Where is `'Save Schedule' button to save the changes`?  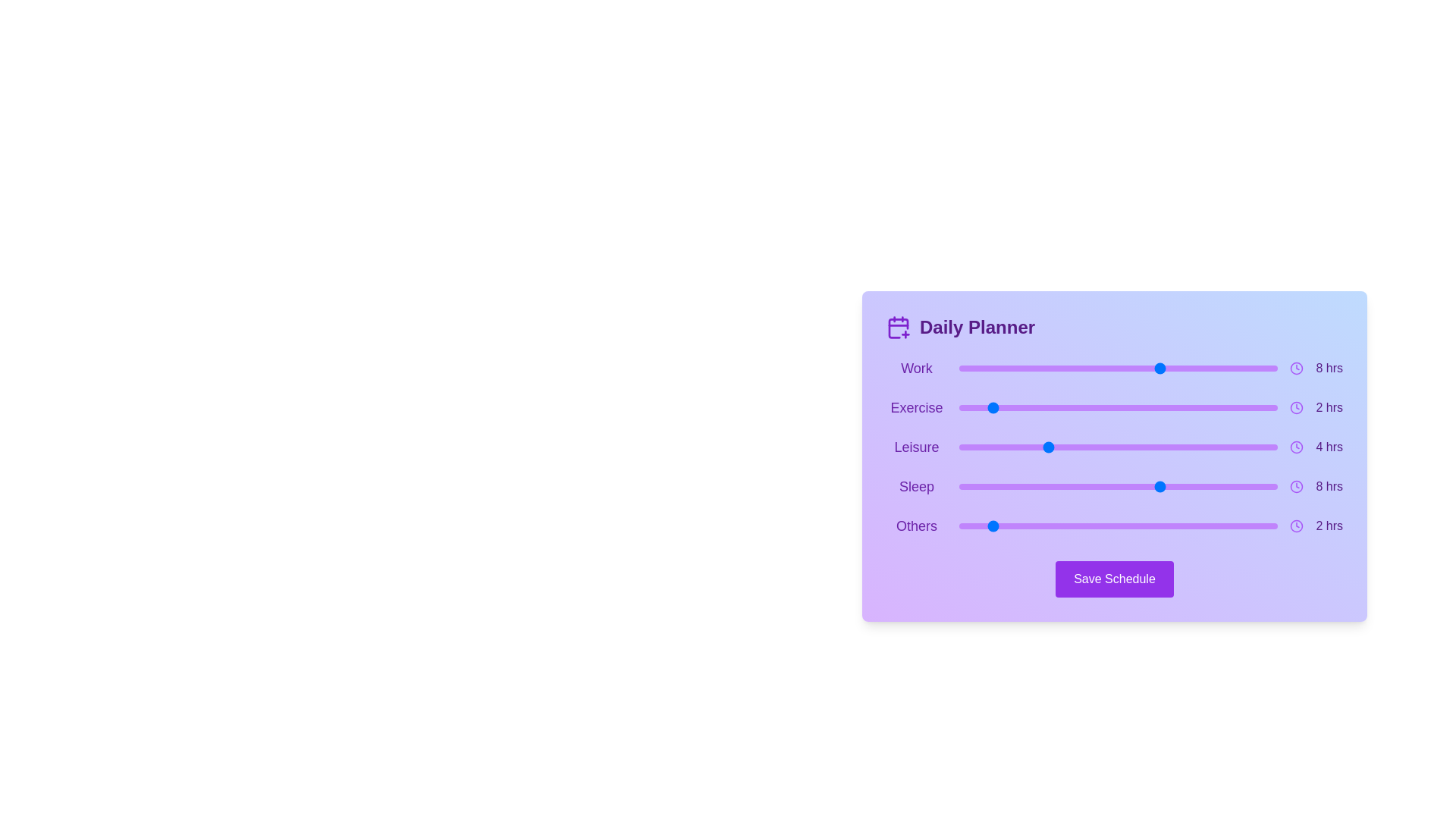 'Save Schedule' button to save the changes is located at coordinates (1114, 579).